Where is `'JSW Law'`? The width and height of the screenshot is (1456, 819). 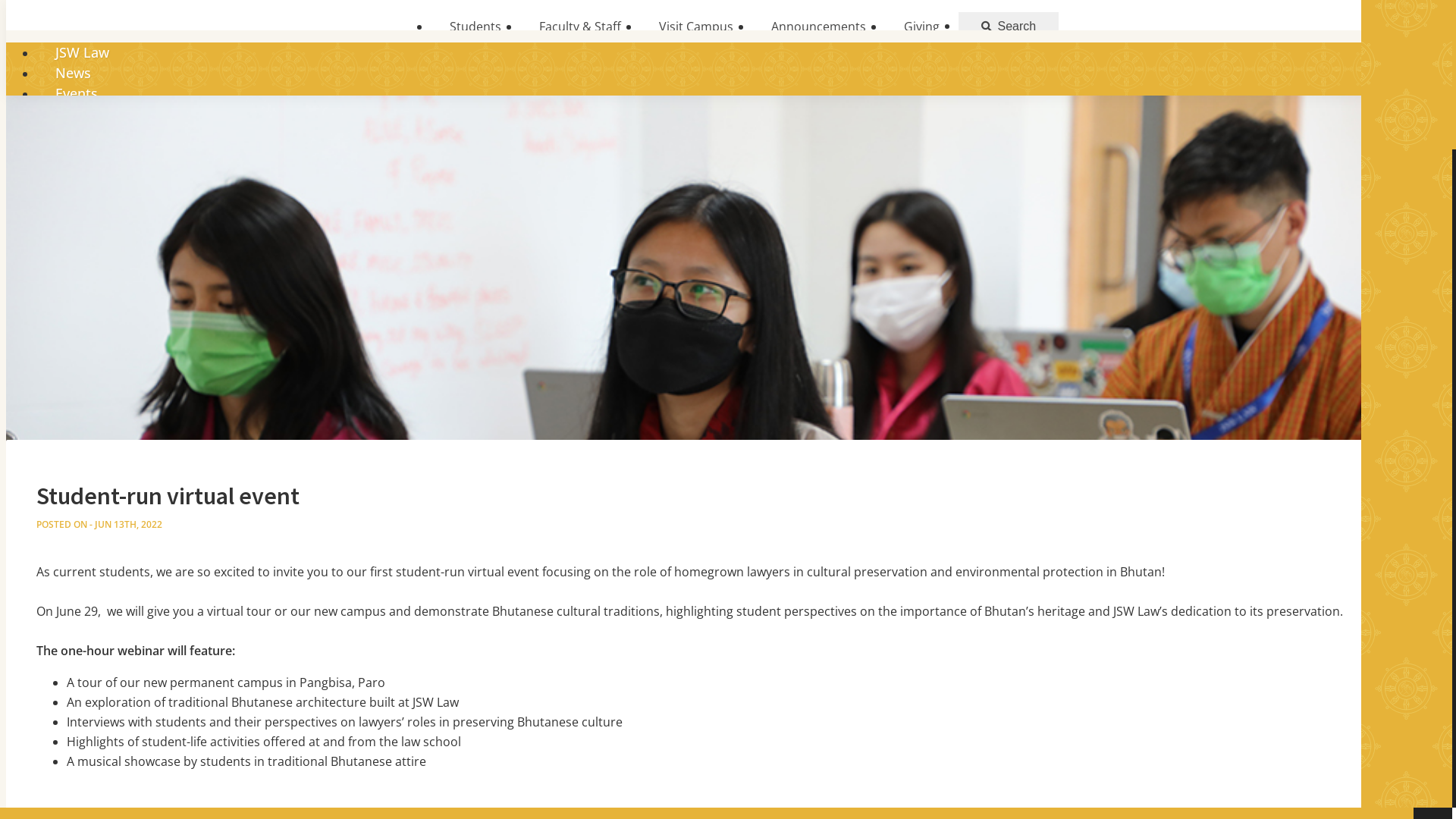 'JSW Law' is located at coordinates (36, 52).